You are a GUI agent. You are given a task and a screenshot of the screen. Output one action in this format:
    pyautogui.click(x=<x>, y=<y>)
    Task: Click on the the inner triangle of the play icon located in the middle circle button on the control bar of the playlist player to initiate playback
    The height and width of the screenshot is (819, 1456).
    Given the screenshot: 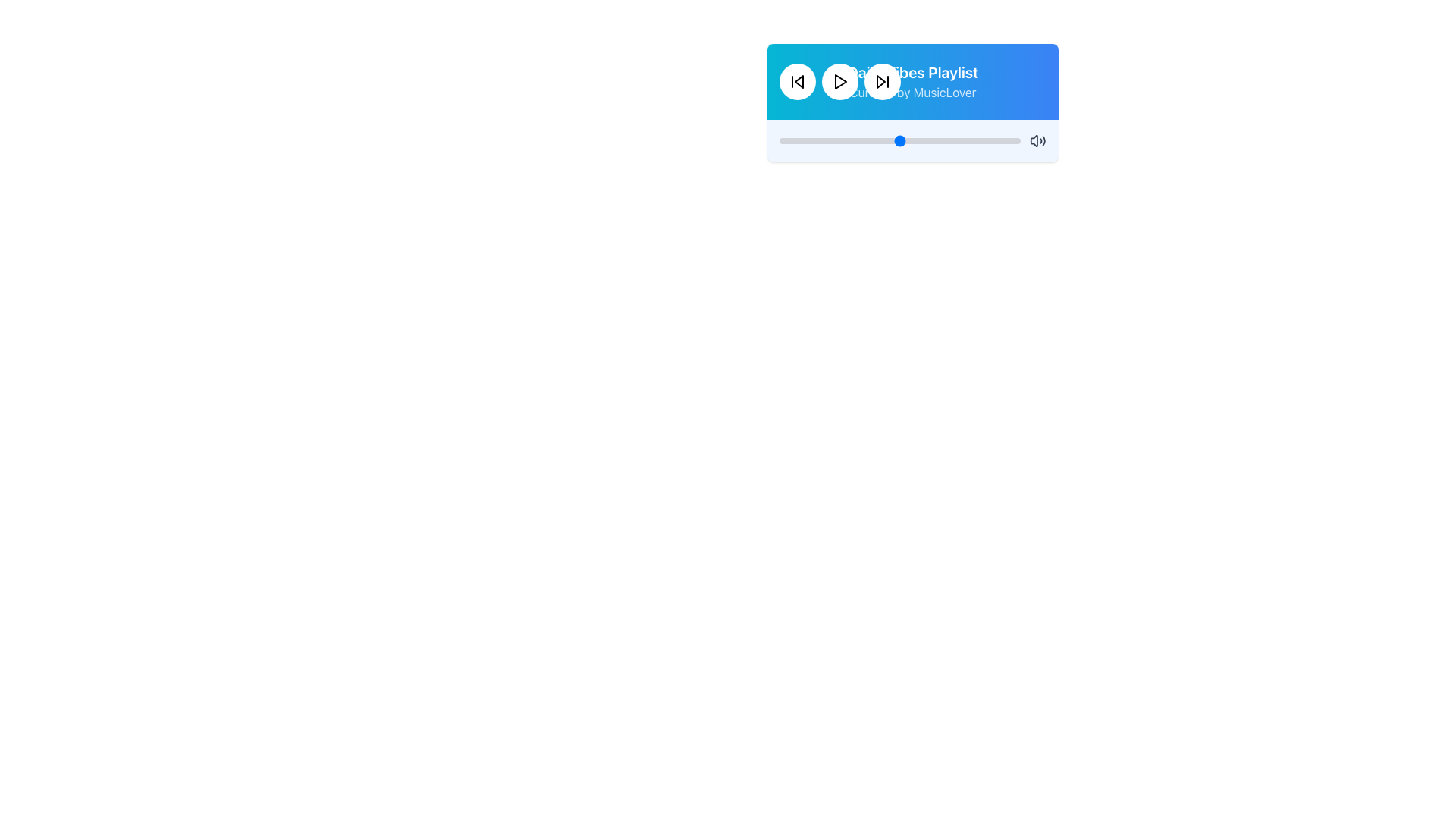 What is the action you would take?
    pyautogui.click(x=839, y=82)
    